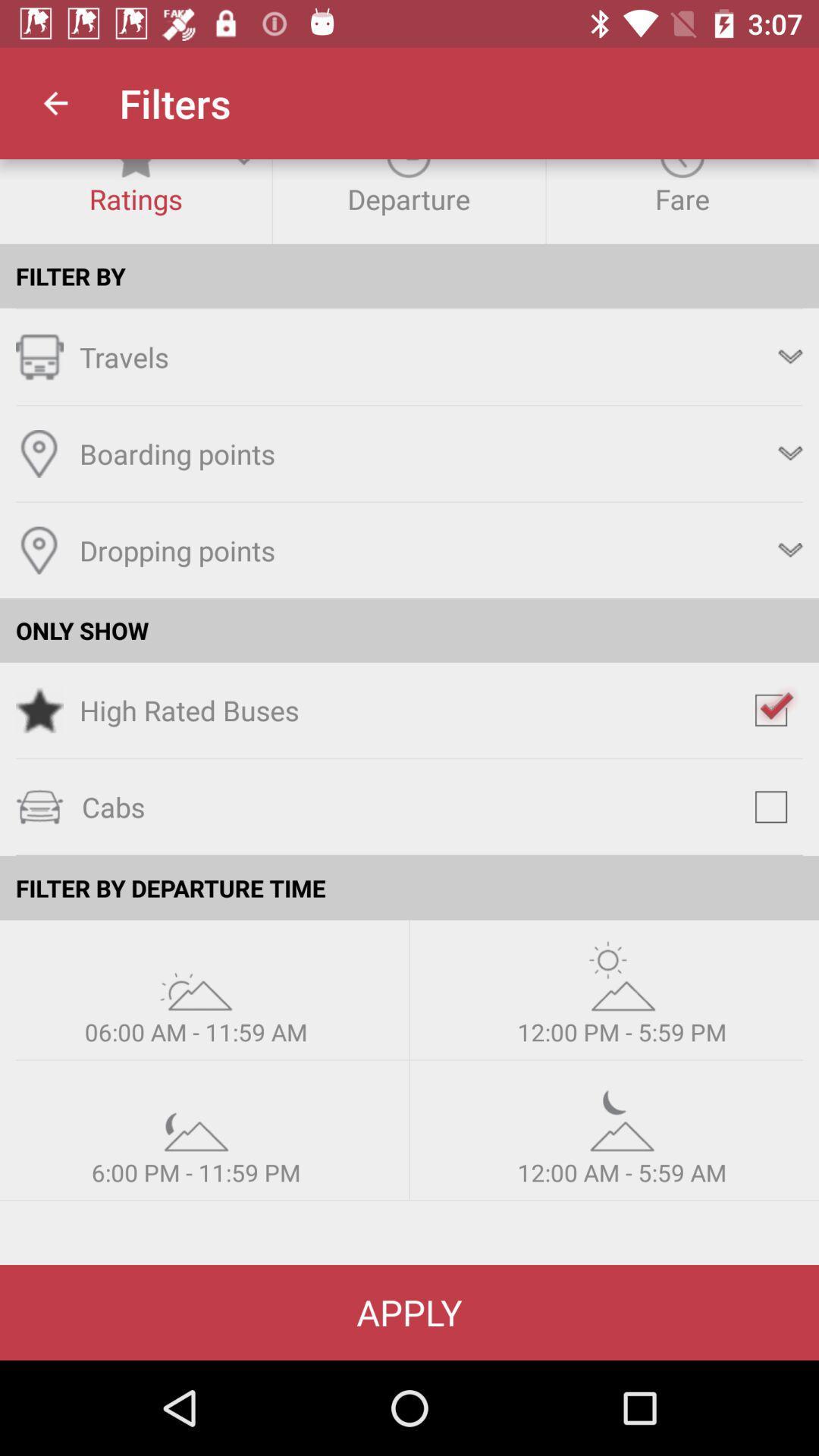 The width and height of the screenshot is (819, 1456). Describe the element at coordinates (195, 975) in the screenshot. I see `filter option` at that location.